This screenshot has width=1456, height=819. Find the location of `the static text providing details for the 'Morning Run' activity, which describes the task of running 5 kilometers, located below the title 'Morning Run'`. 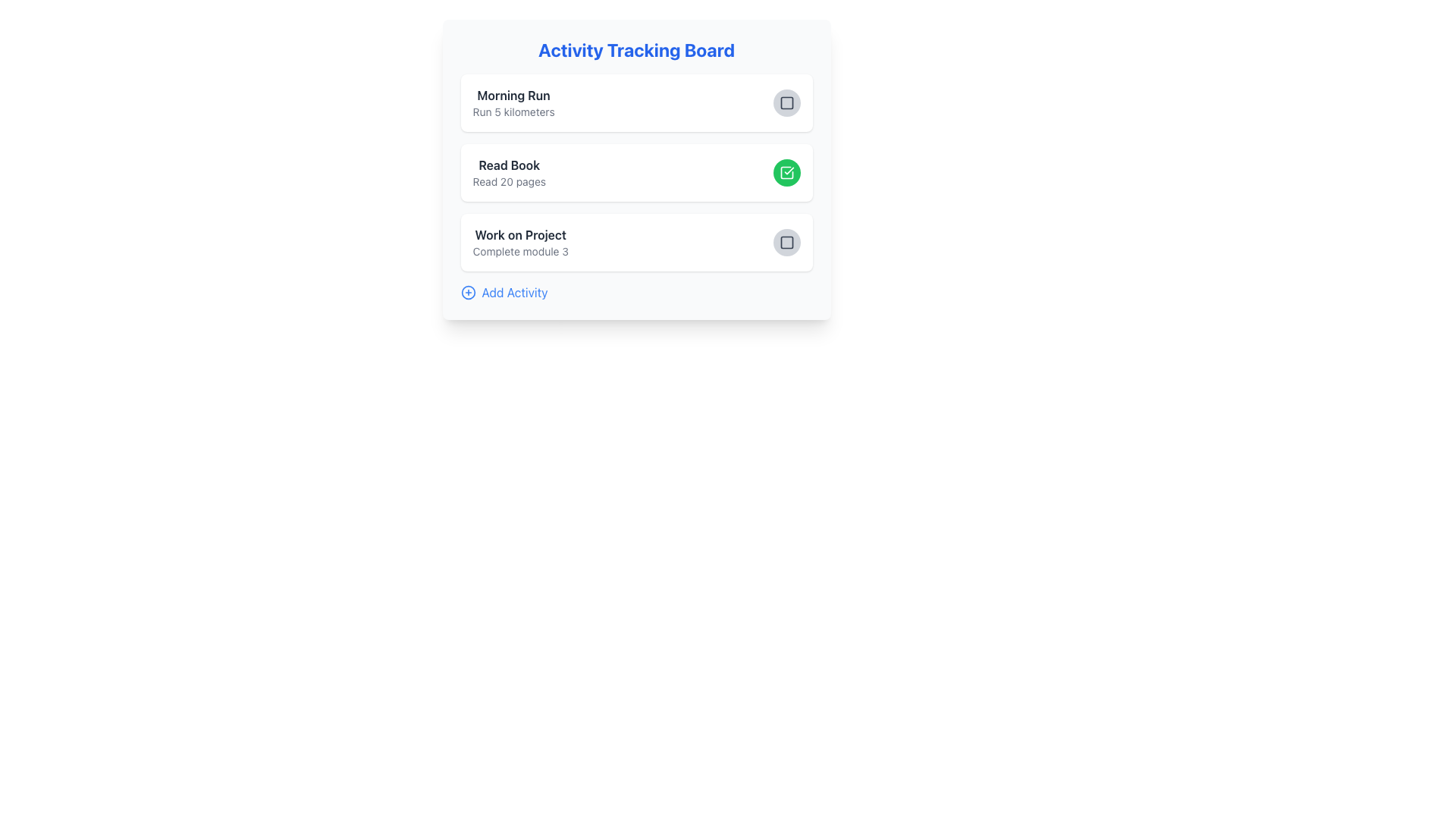

the static text providing details for the 'Morning Run' activity, which describes the task of running 5 kilometers, located below the title 'Morning Run' is located at coordinates (513, 111).